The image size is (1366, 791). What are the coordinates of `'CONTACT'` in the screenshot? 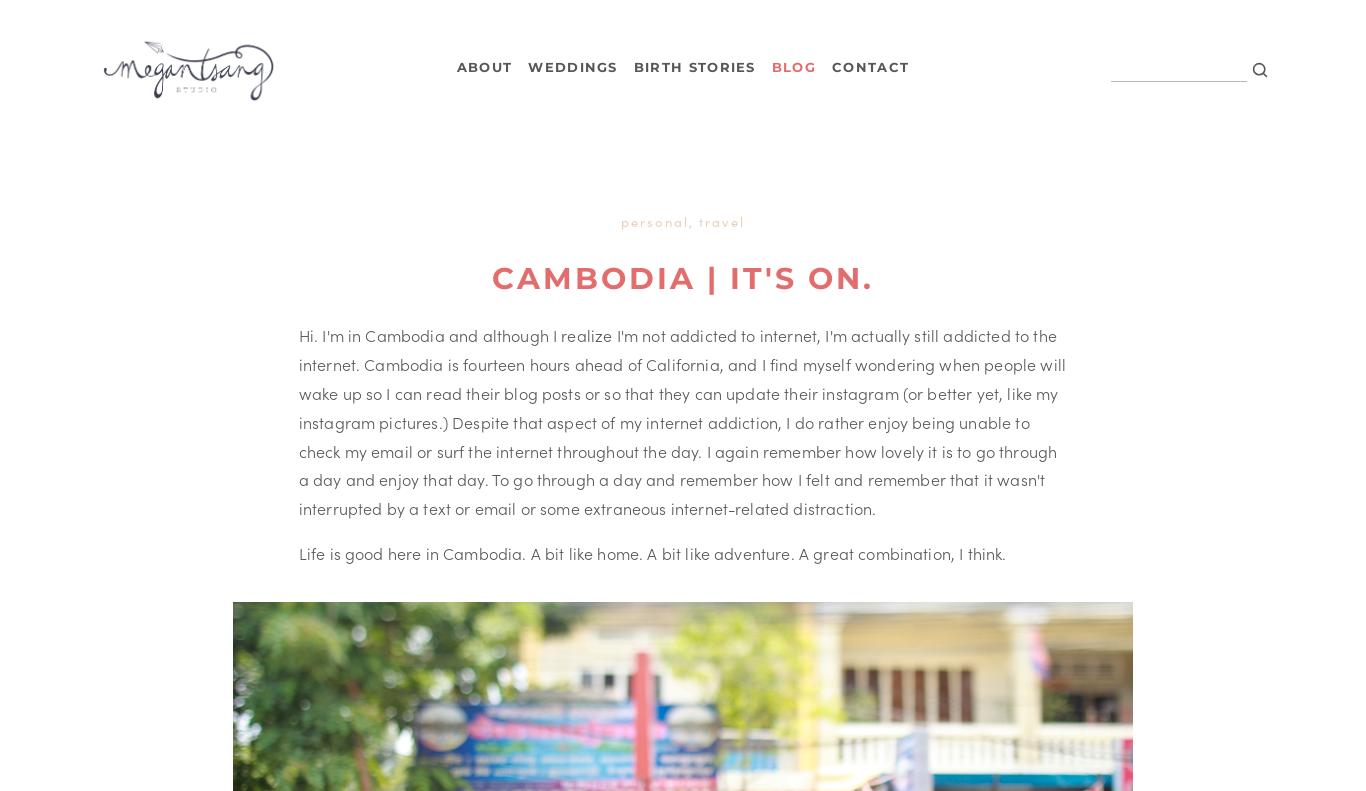 It's located at (869, 66).